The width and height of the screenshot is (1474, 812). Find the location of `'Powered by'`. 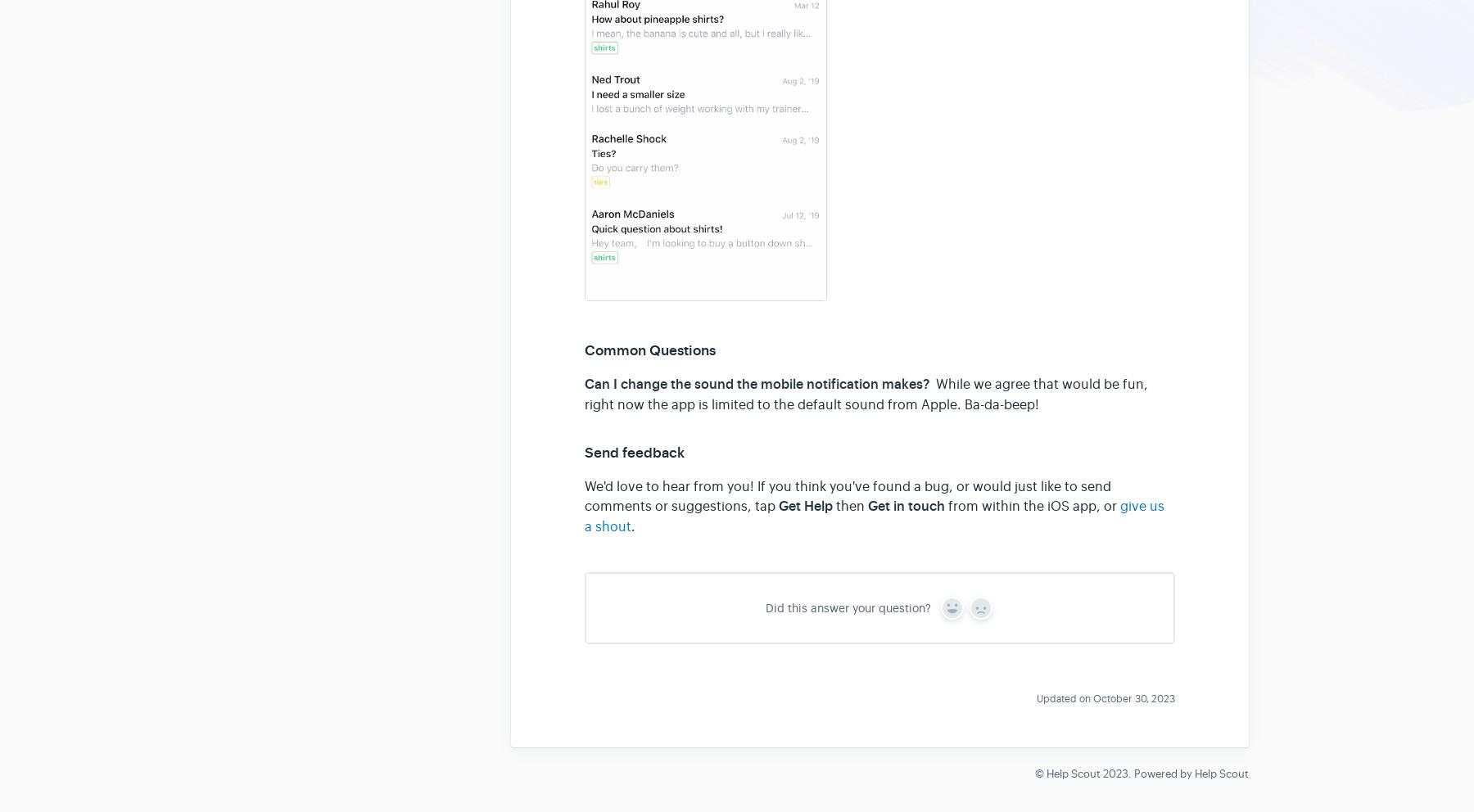

'Powered by' is located at coordinates (1164, 772).